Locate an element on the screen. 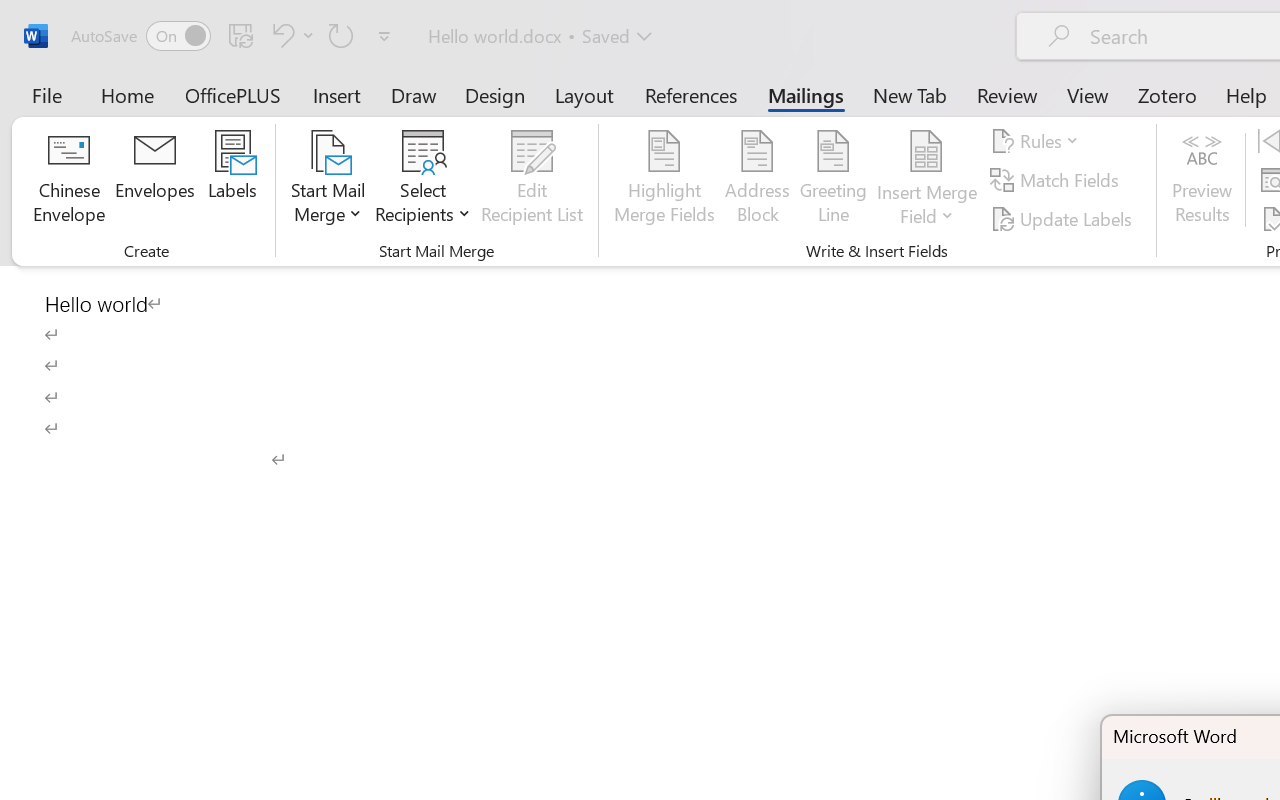  'Layout' is located at coordinates (583, 94).